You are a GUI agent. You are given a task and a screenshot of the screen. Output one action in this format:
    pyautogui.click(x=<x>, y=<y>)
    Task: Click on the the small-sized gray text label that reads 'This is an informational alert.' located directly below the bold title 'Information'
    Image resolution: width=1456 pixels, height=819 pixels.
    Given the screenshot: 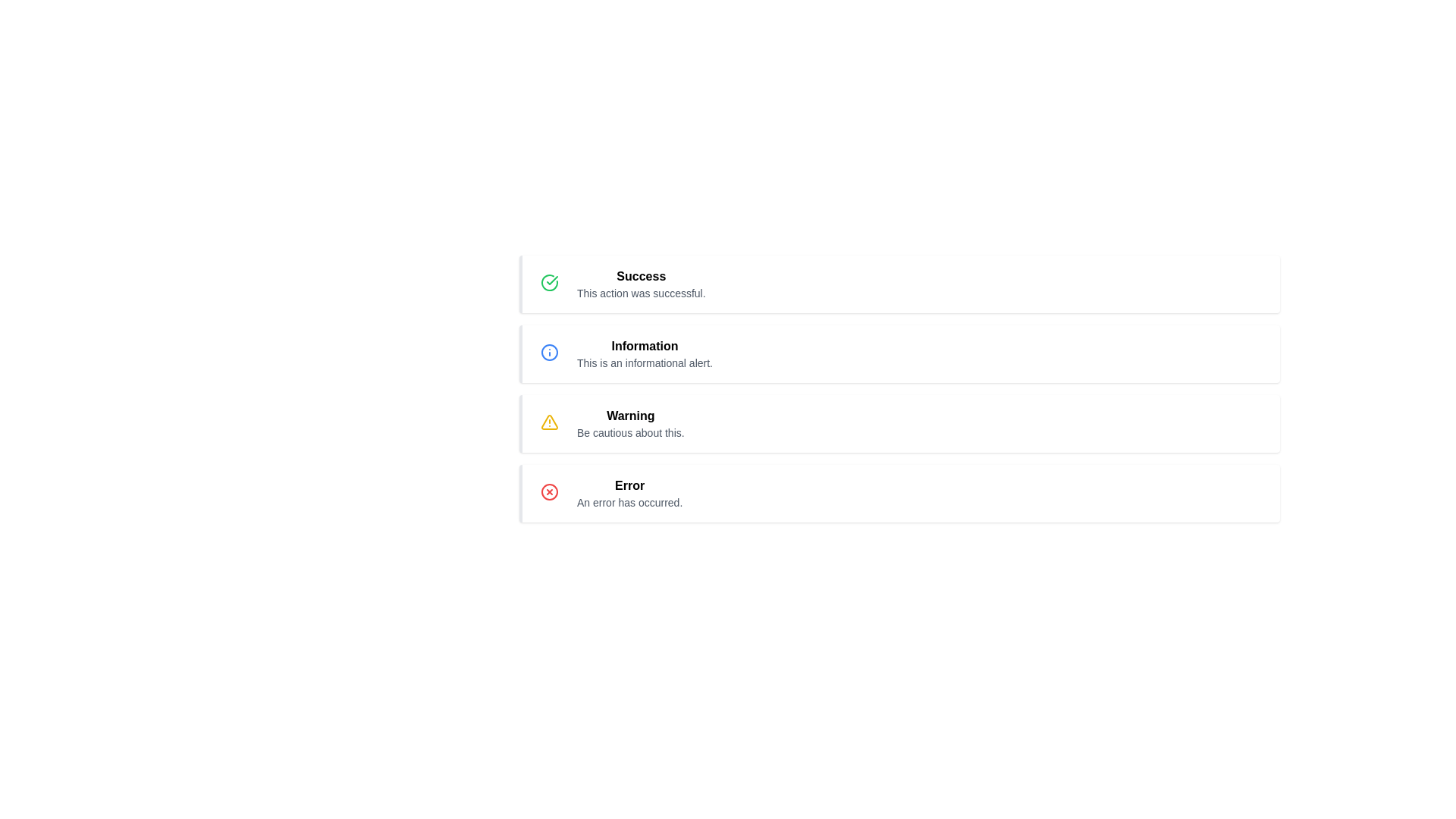 What is the action you would take?
    pyautogui.click(x=645, y=362)
    